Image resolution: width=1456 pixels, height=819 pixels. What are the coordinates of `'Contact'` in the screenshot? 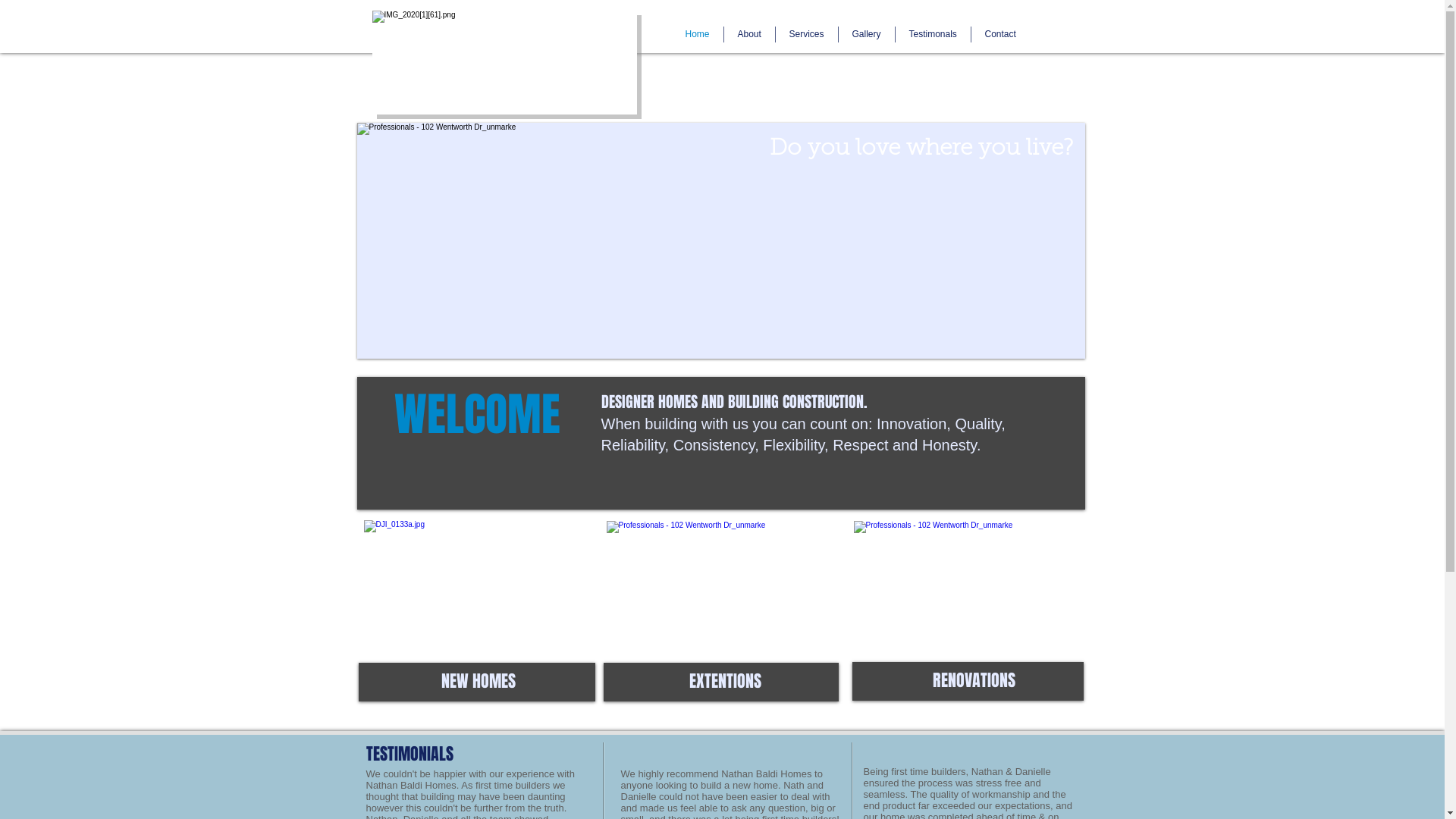 It's located at (971, 34).